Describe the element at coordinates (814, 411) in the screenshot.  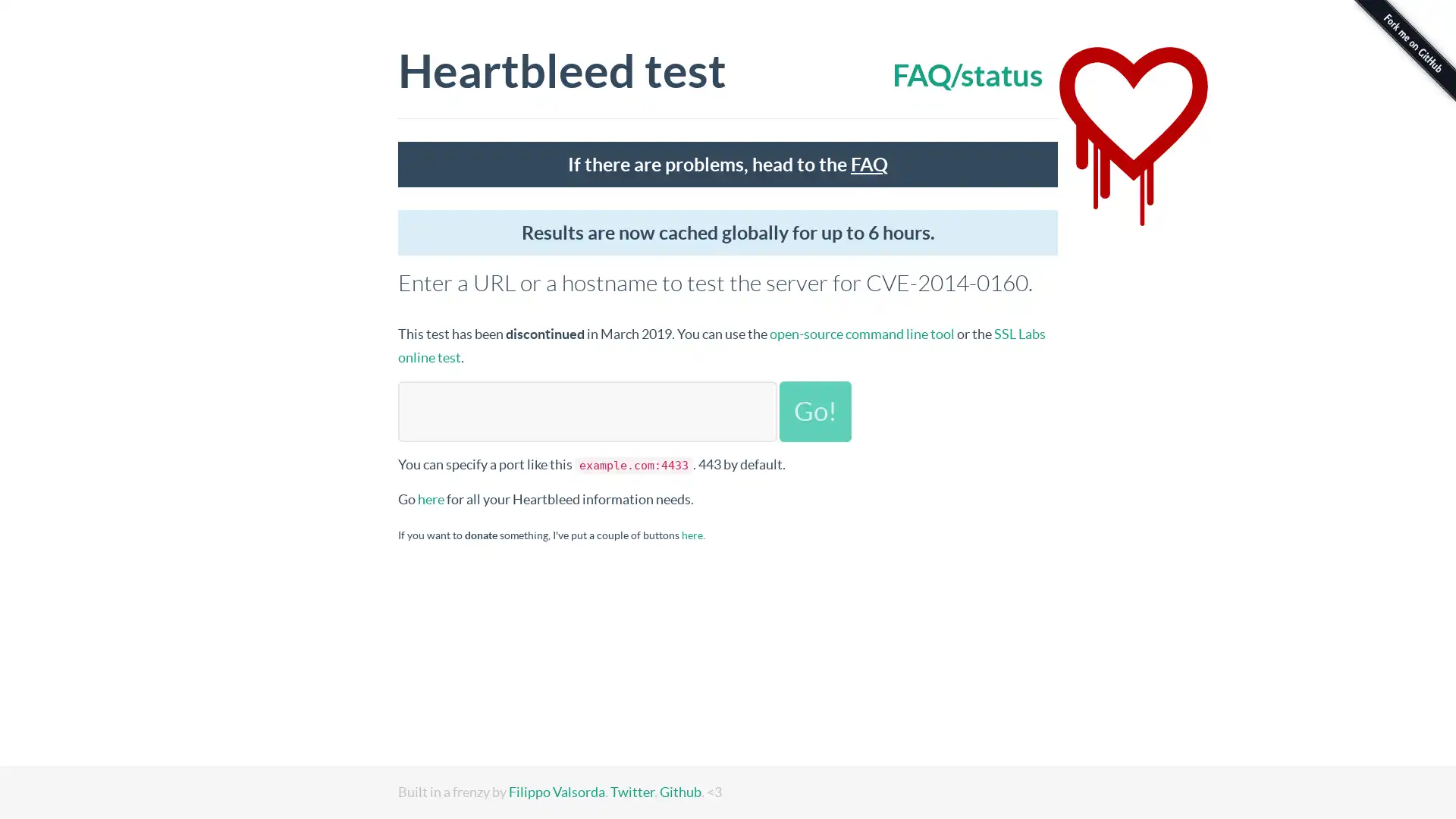
I see `Go!` at that location.